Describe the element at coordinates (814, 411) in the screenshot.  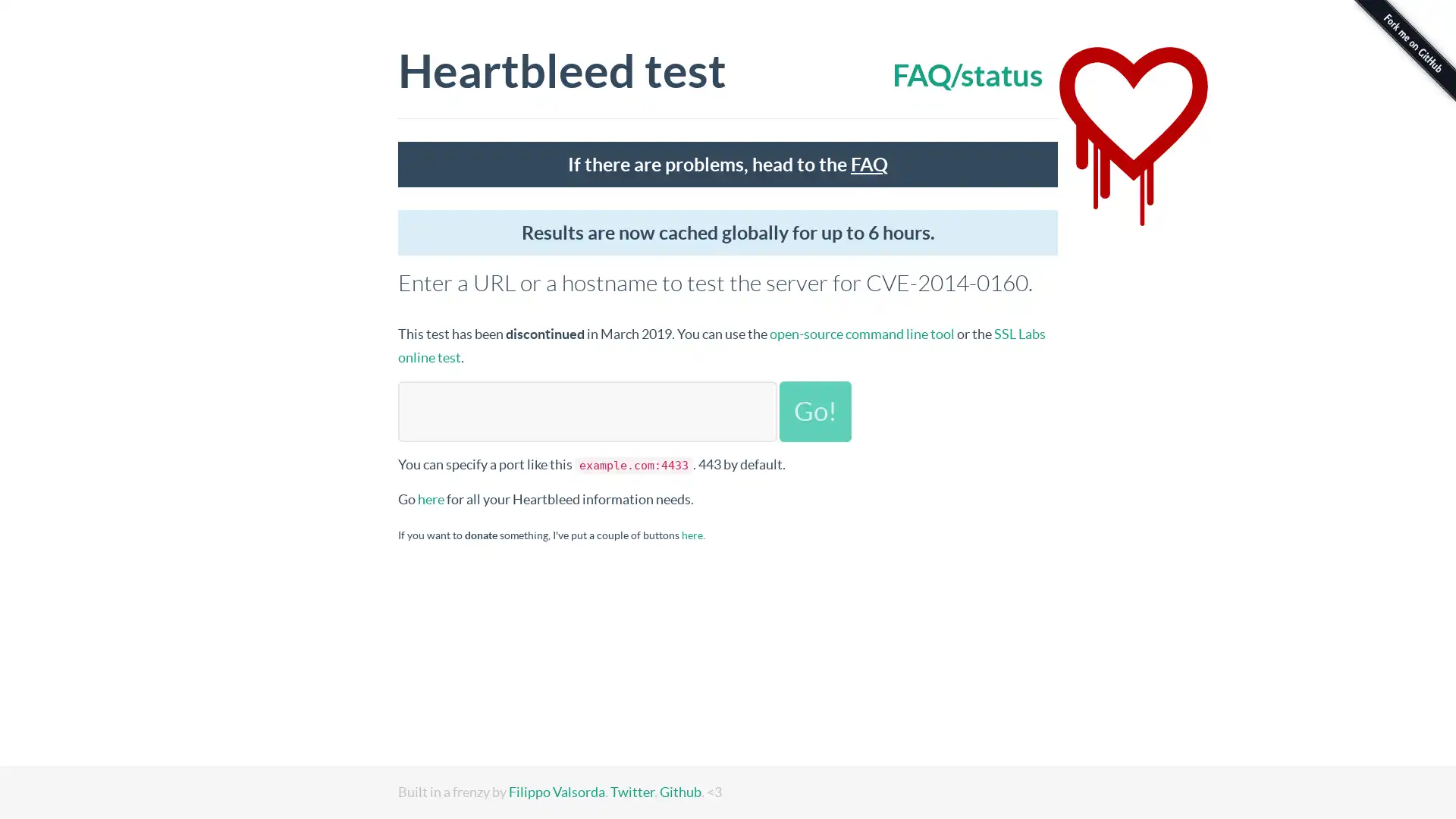
I see `Go!` at that location.